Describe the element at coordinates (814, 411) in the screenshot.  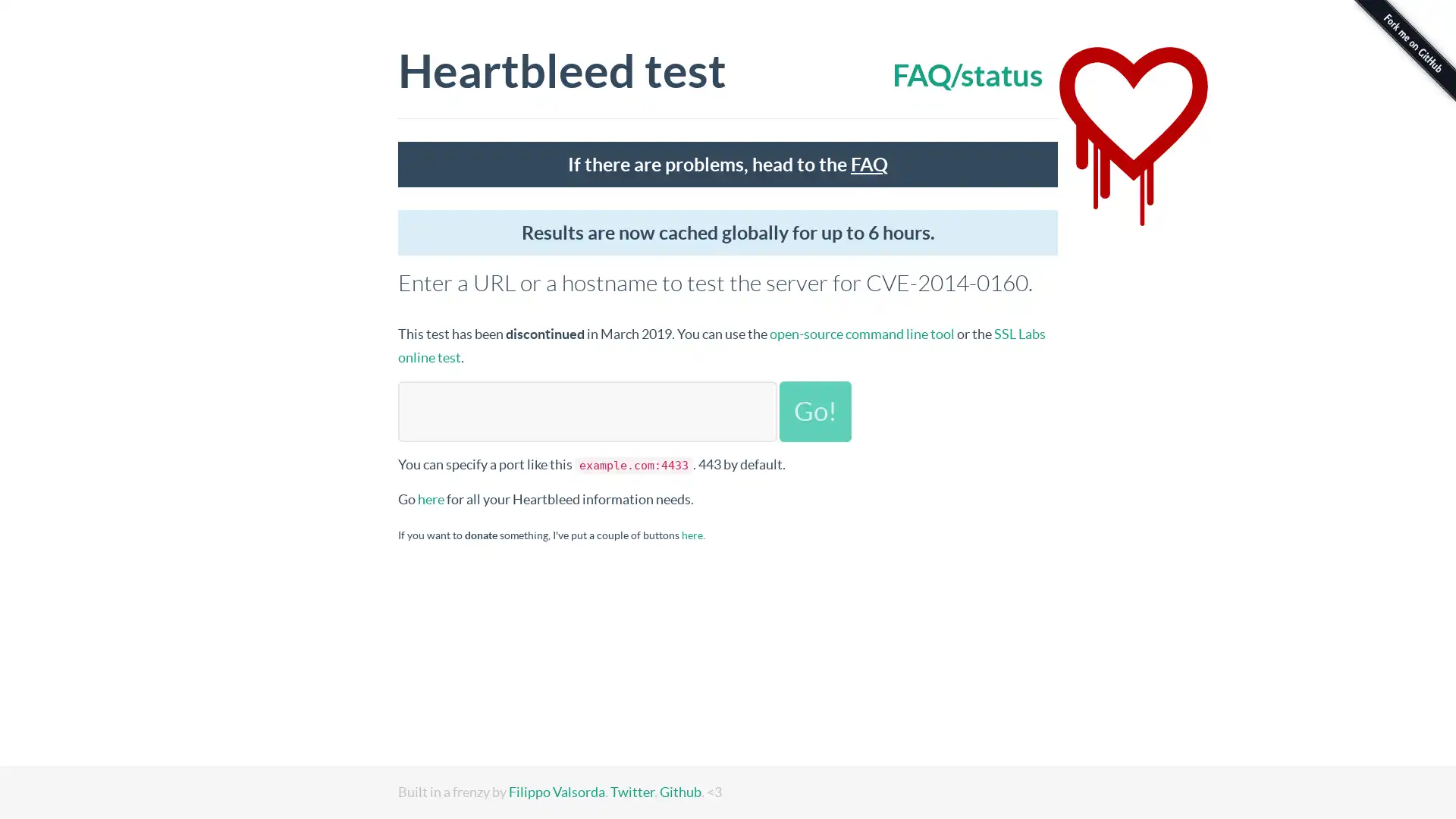
I see `Go!` at that location.